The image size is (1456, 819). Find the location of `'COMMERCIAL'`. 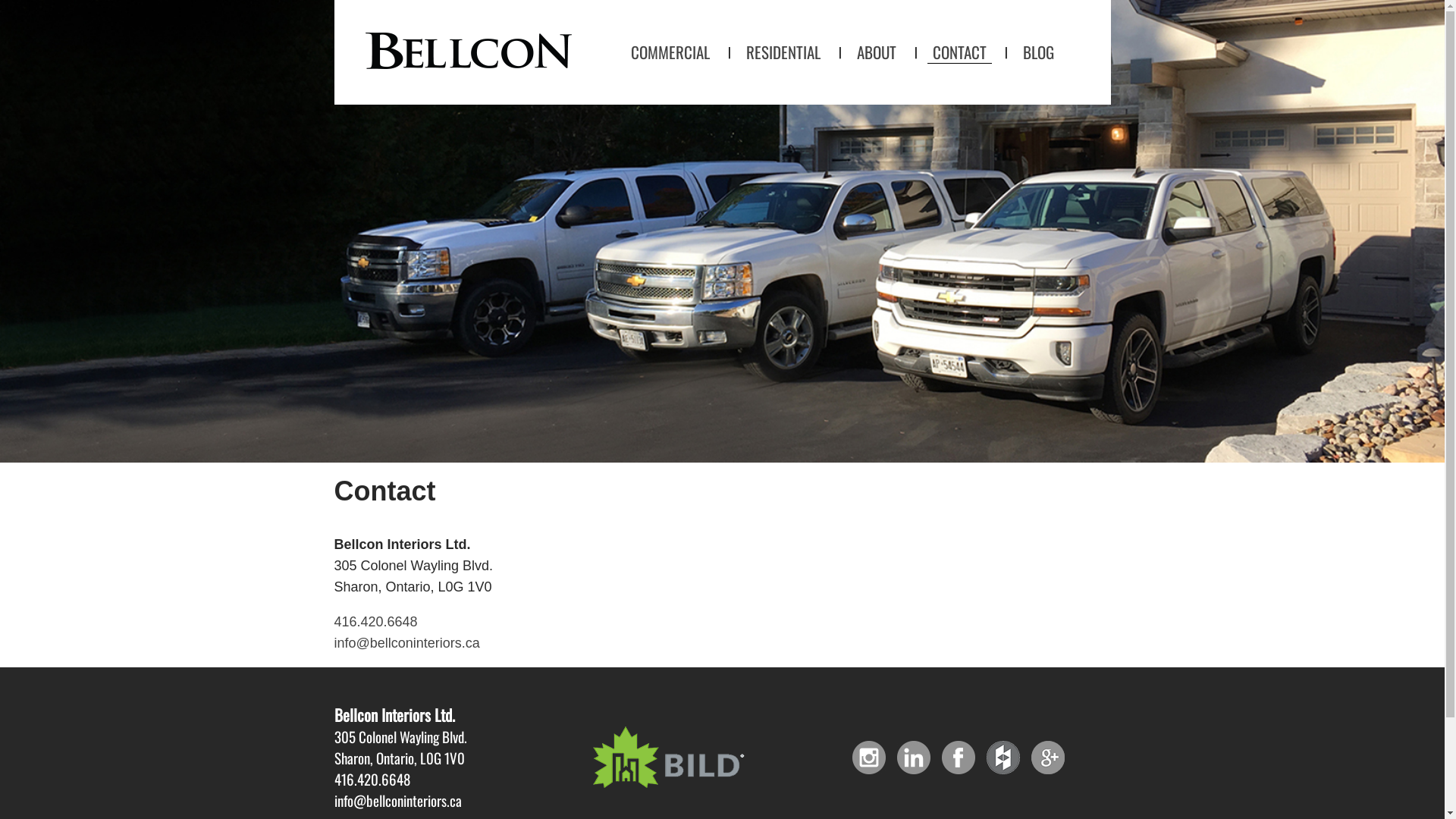

'COMMERCIAL' is located at coordinates (625, 52).